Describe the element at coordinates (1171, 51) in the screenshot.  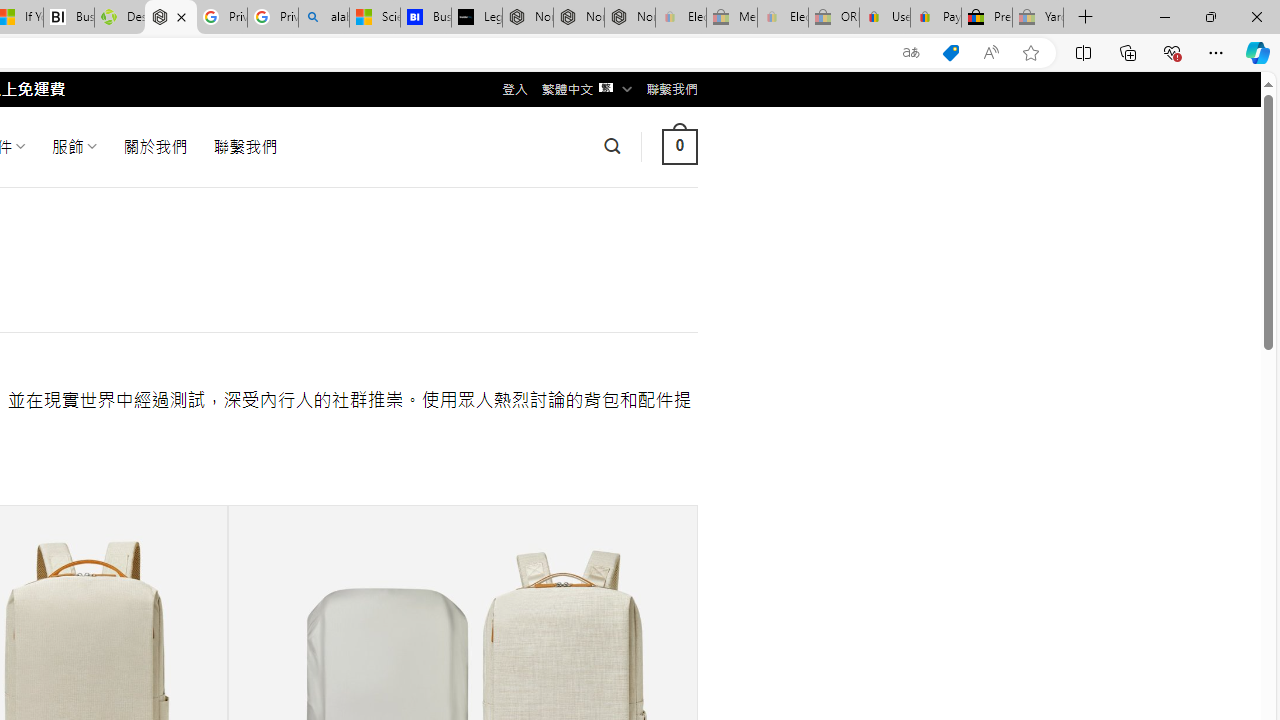
I see `'Browser essentials'` at that location.